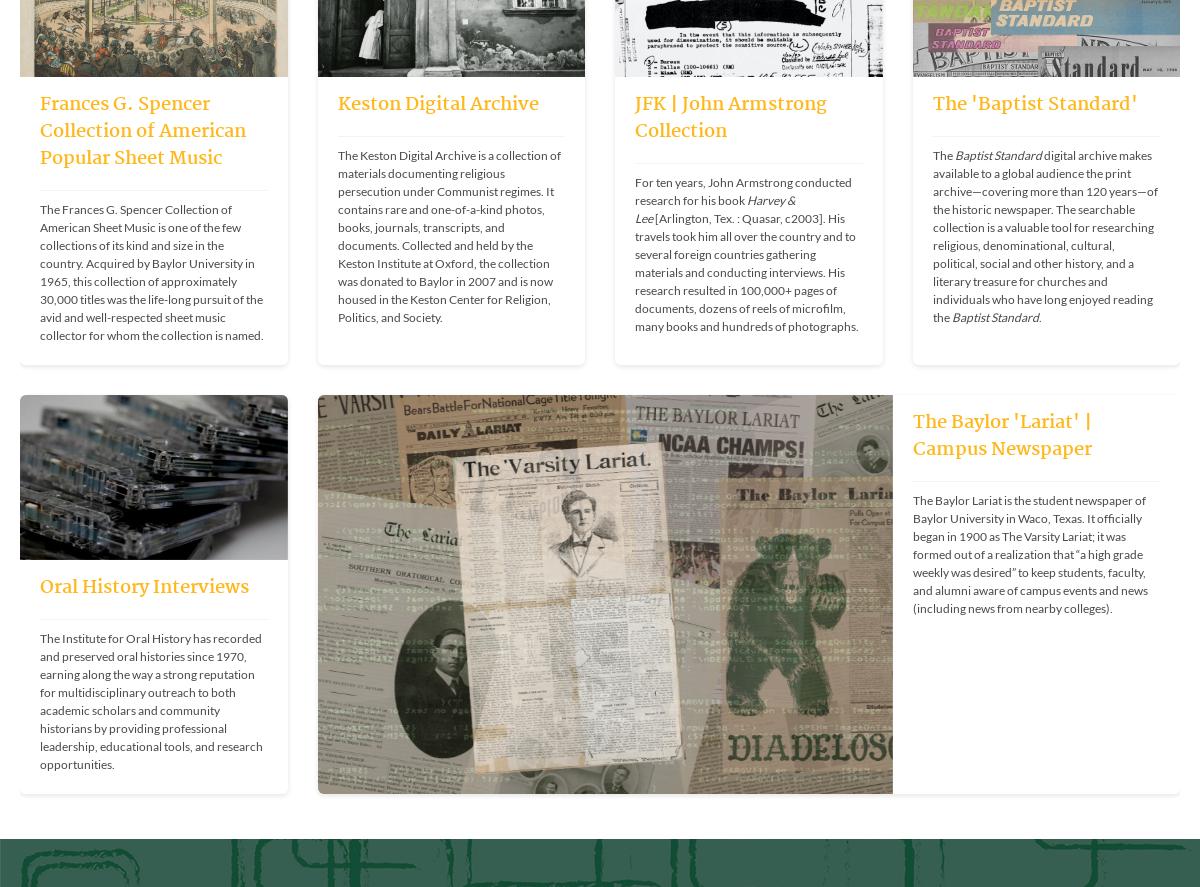 The height and width of the screenshot is (887, 1200). Describe the element at coordinates (143, 131) in the screenshot. I see `'Frances G. Spencer Collection of American Popular Sheet Music'` at that location.